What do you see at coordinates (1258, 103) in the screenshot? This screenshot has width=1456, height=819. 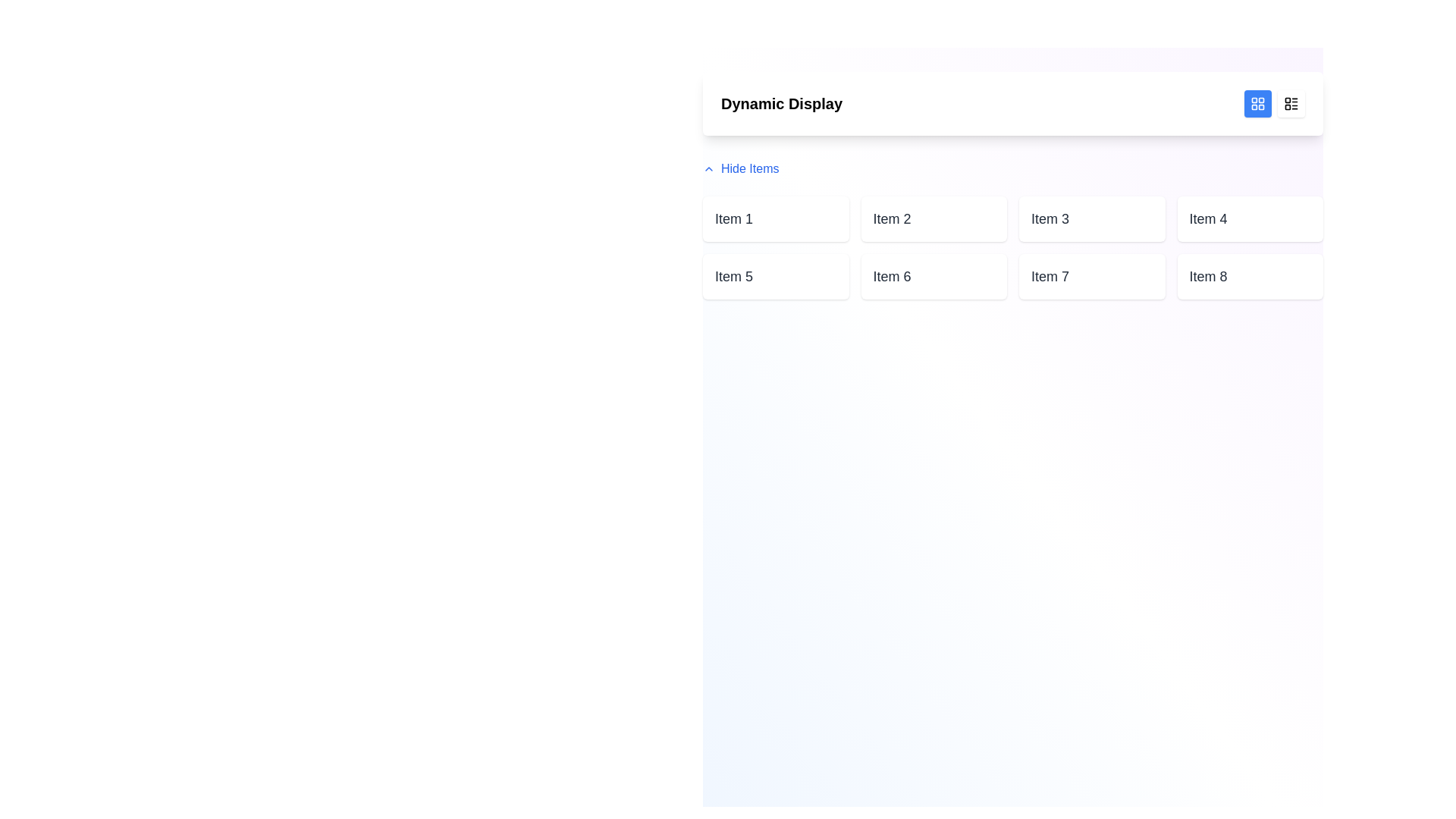 I see `the layout switcher button located on the rightmost side of the horizontal navigation bar at the top of the interface to switch to grid layout` at bounding box center [1258, 103].